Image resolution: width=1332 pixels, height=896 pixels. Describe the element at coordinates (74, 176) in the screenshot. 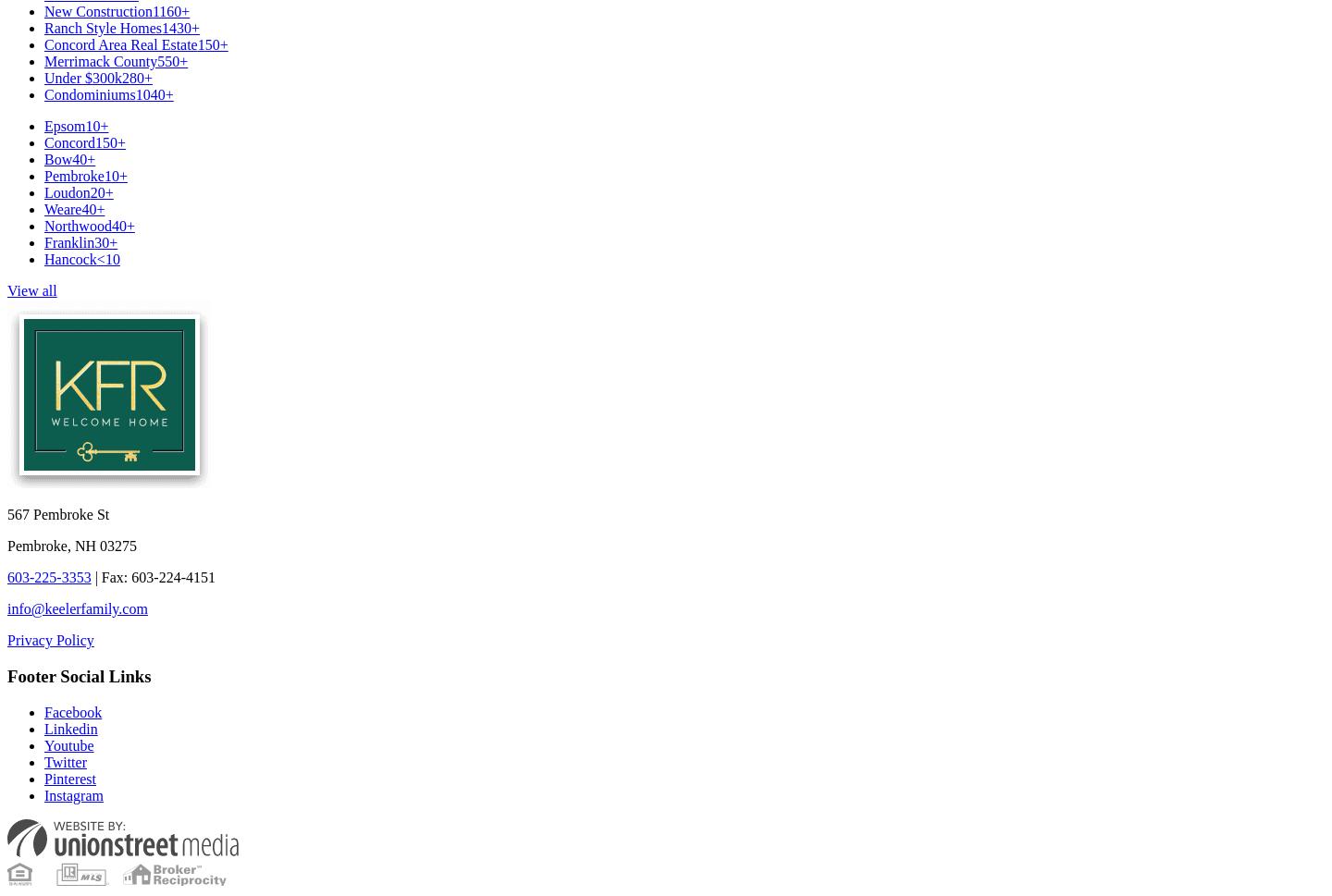

I see `'Pembroke'` at that location.